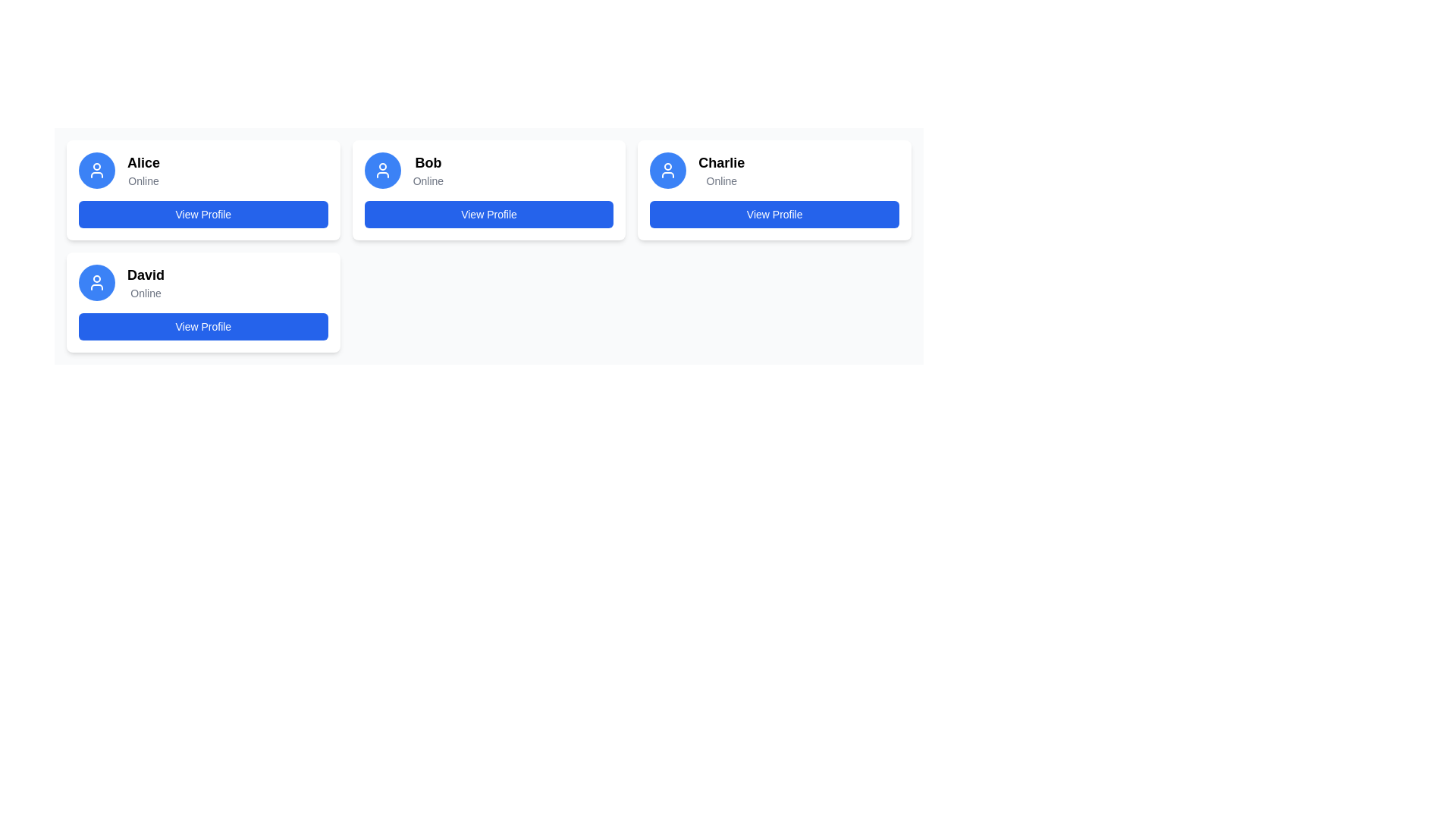  What do you see at coordinates (202, 214) in the screenshot?
I see `the blue rectangular button labeled 'View Profile' at the bottom of Alice's profile card` at bounding box center [202, 214].